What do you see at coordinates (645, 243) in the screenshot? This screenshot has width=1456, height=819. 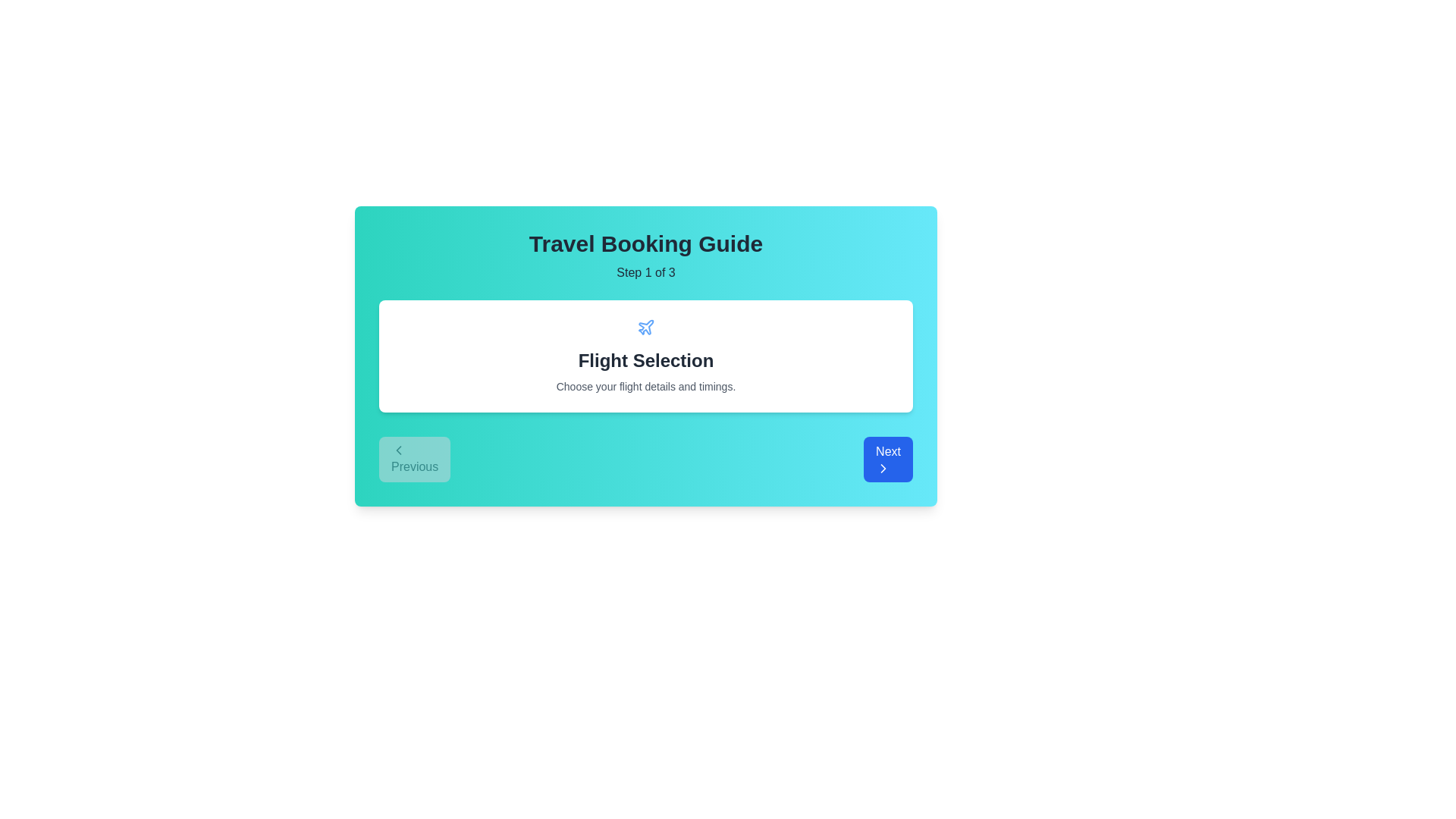 I see `the title label that serves as a heading for the travel booking guide, positioned above 'Step 1 of 3' and centered horizontally` at bounding box center [645, 243].